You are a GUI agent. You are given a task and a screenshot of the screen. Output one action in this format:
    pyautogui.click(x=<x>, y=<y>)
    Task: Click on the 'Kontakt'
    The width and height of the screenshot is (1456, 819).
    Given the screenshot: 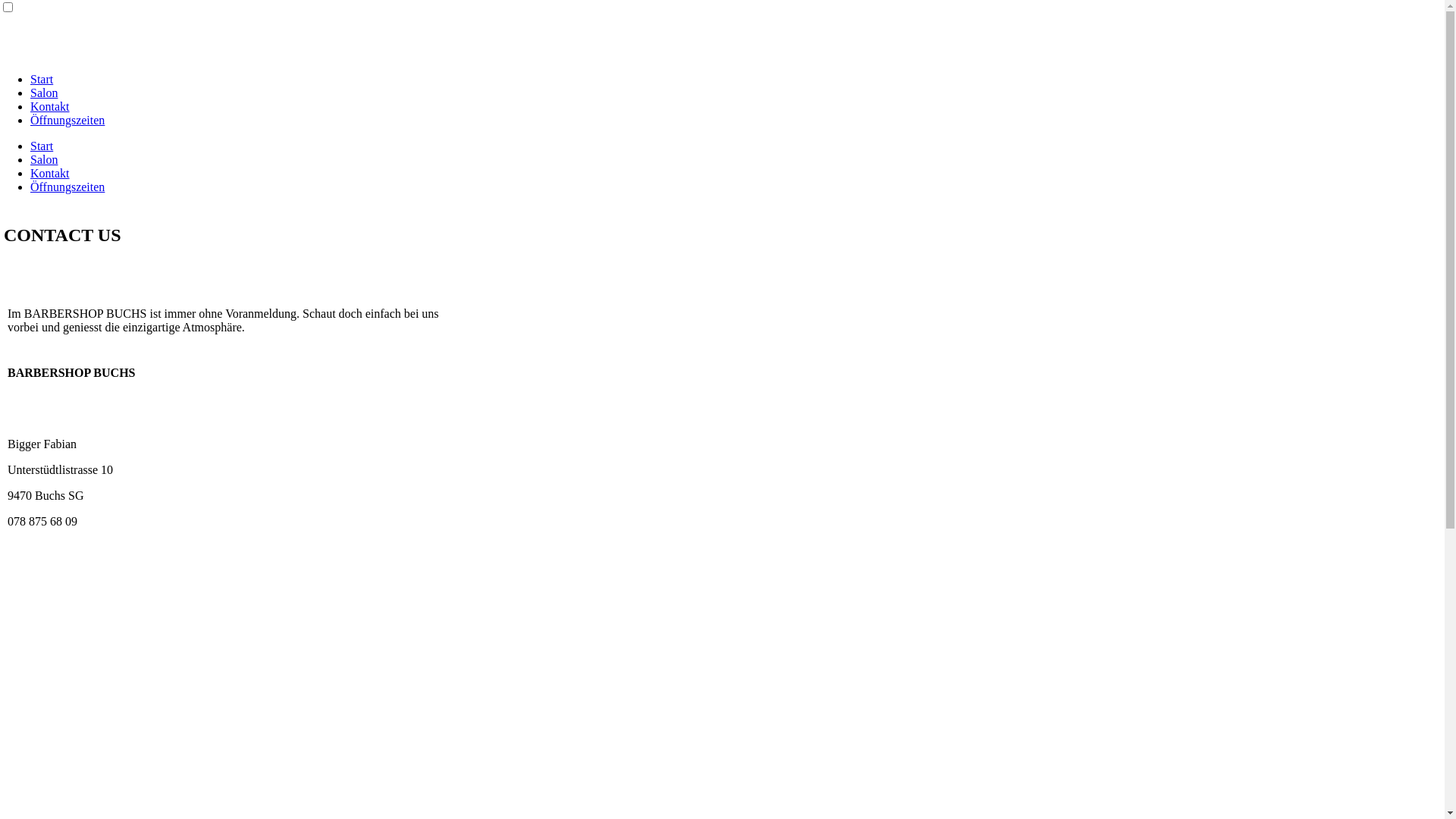 What is the action you would take?
    pyautogui.click(x=50, y=172)
    